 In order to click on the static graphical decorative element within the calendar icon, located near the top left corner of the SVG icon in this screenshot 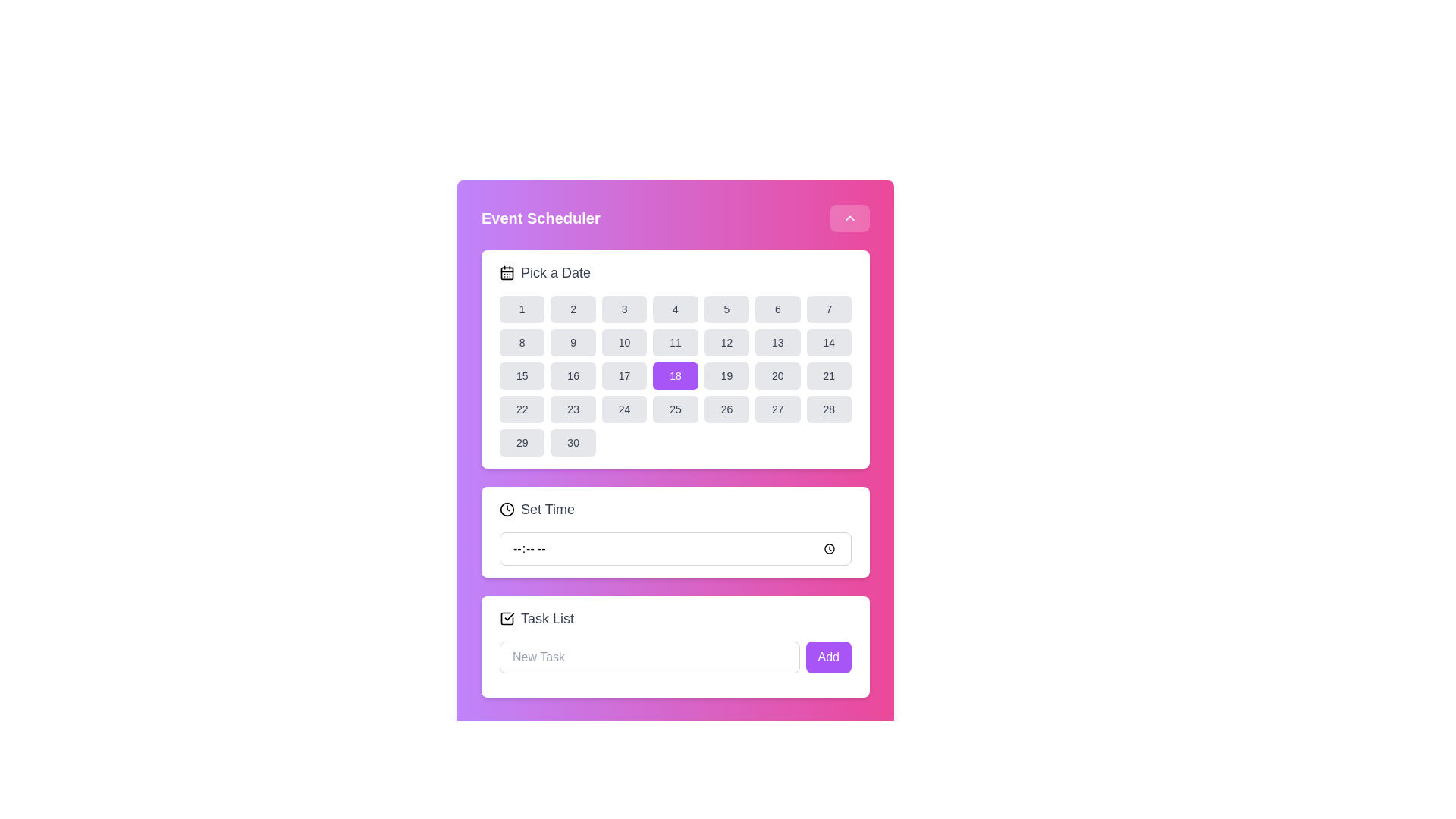, I will do `click(507, 271)`.